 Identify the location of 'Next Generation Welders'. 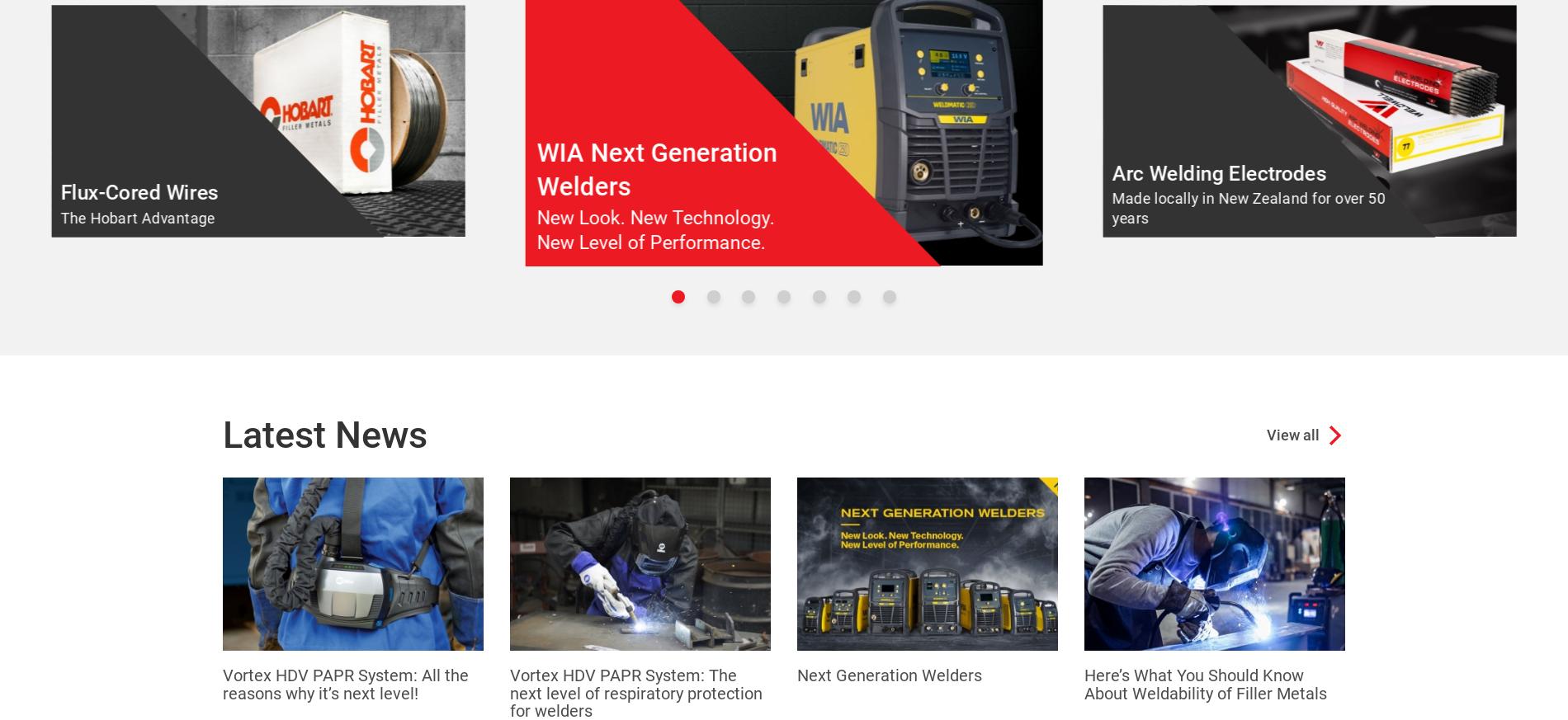
(890, 675).